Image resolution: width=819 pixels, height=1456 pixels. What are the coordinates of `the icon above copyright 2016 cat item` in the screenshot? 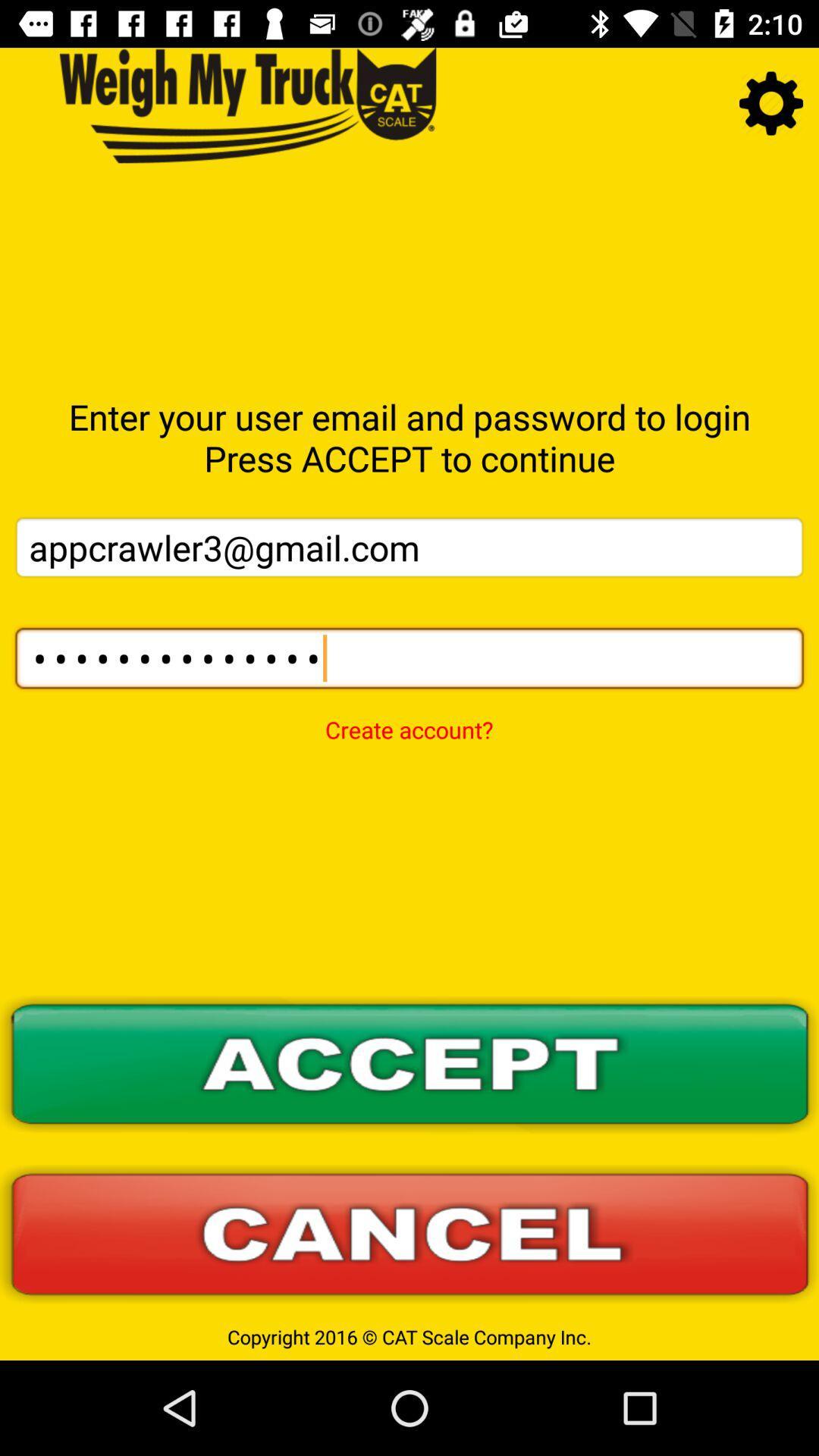 It's located at (409, 1234).